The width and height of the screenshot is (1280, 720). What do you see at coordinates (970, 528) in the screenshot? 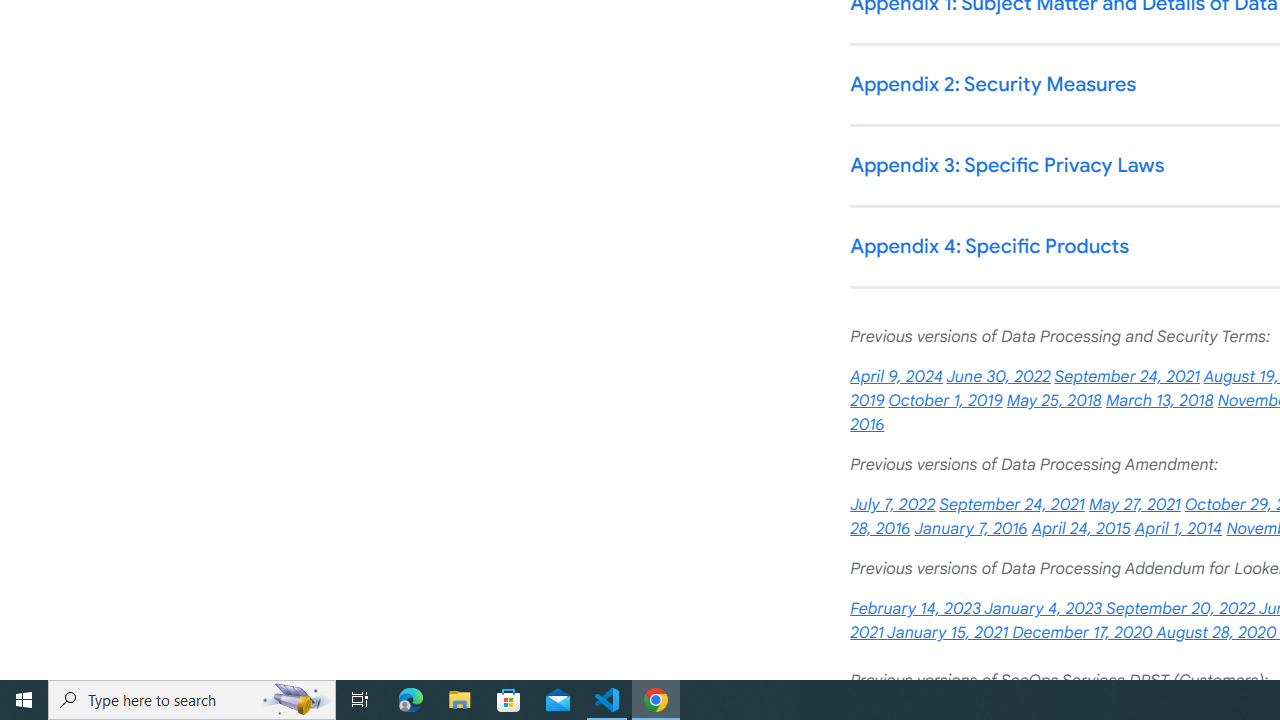
I see `'January 7, 2016'` at bounding box center [970, 528].